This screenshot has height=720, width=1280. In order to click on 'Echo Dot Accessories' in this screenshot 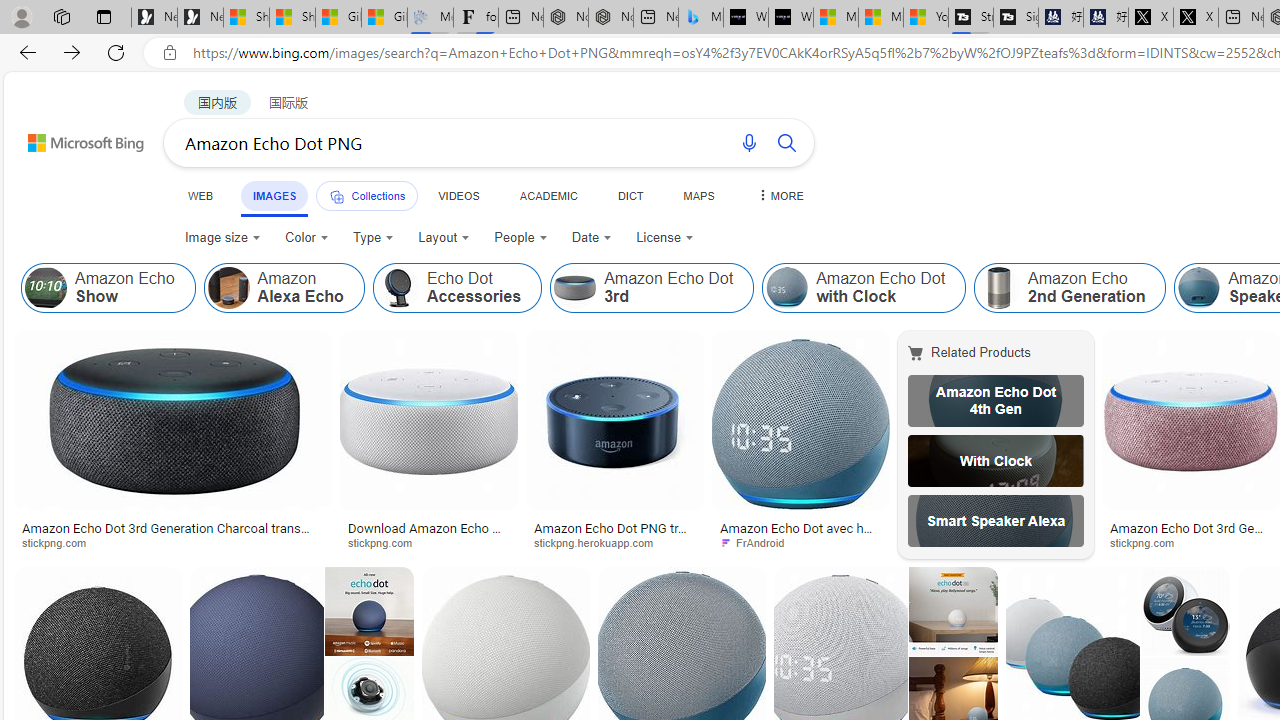, I will do `click(455, 288)`.